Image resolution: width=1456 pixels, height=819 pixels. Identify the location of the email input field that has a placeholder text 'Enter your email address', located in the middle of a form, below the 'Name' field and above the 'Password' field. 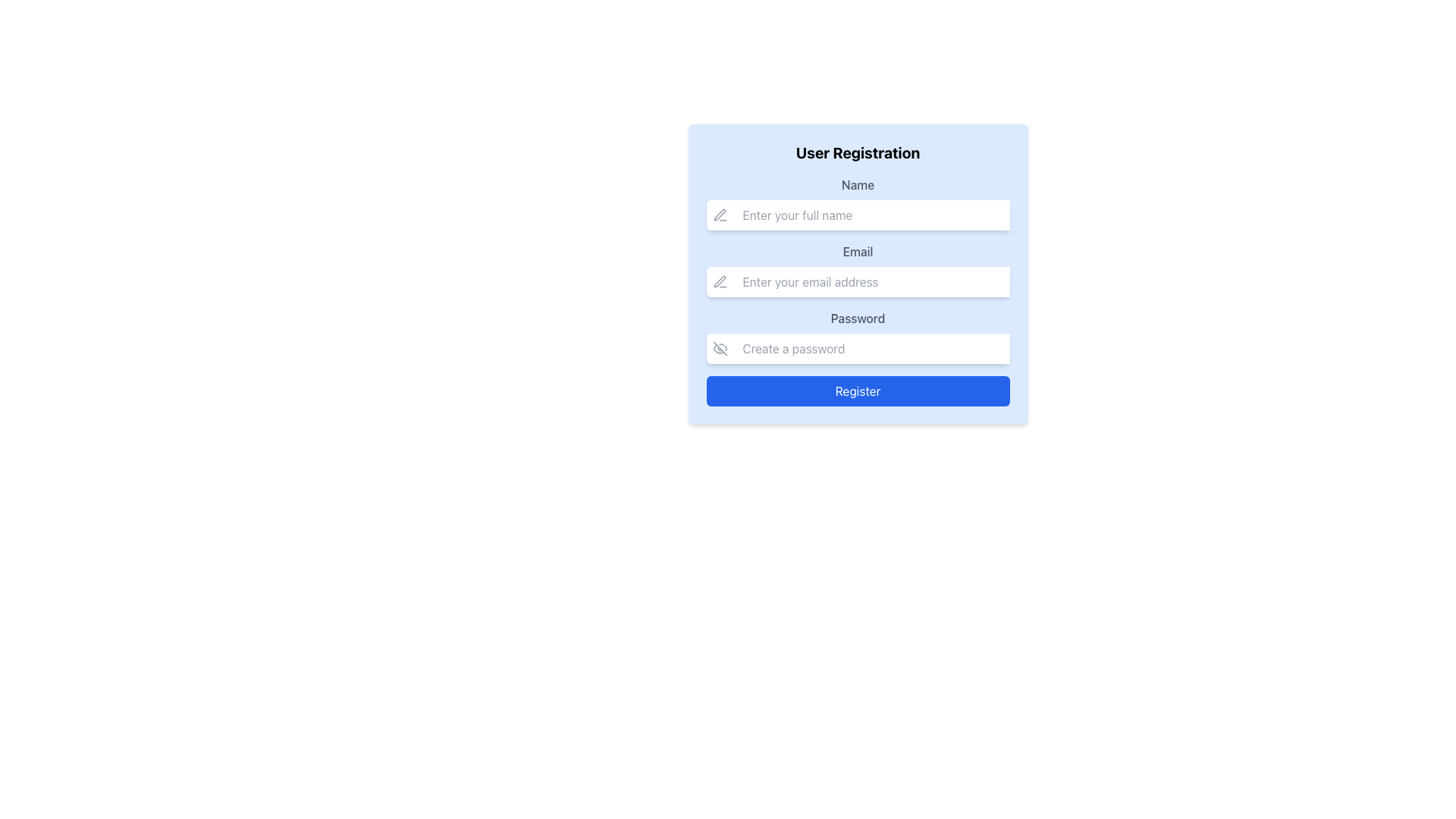
(871, 281).